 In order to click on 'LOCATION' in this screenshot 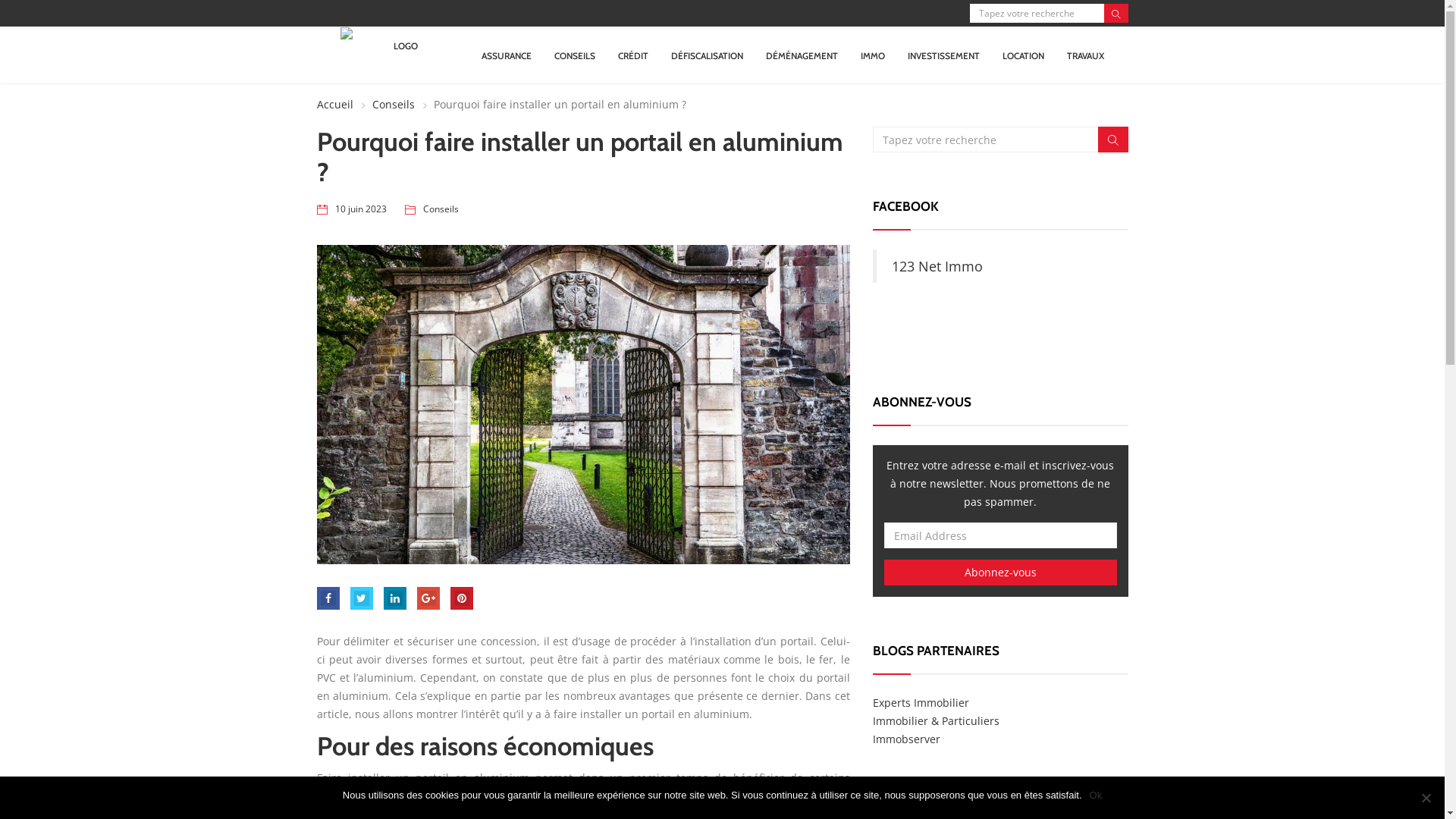, I will do `click(1023, 55)`.